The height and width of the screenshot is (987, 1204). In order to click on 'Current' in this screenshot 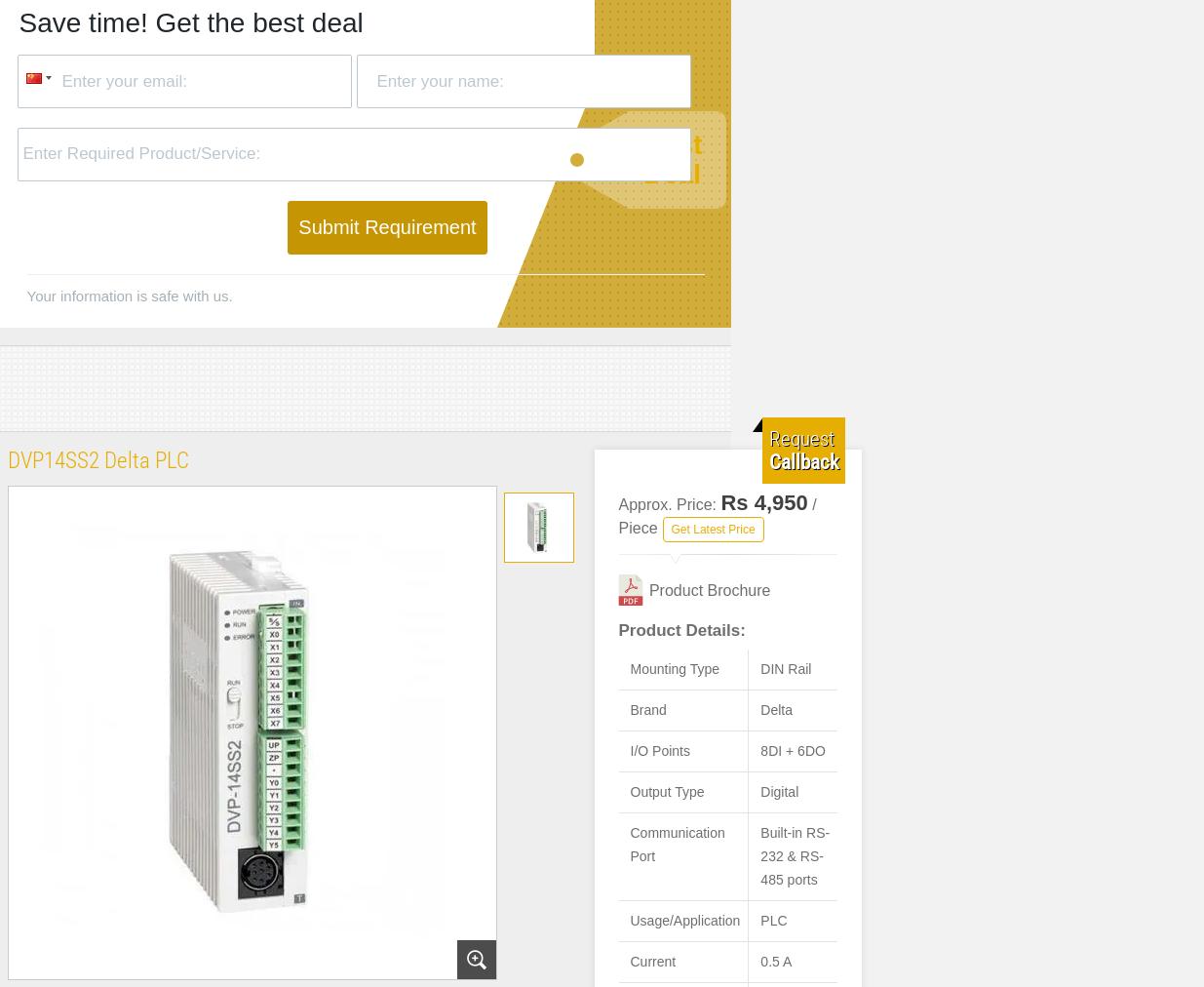, I will do `click(630, 961)`.